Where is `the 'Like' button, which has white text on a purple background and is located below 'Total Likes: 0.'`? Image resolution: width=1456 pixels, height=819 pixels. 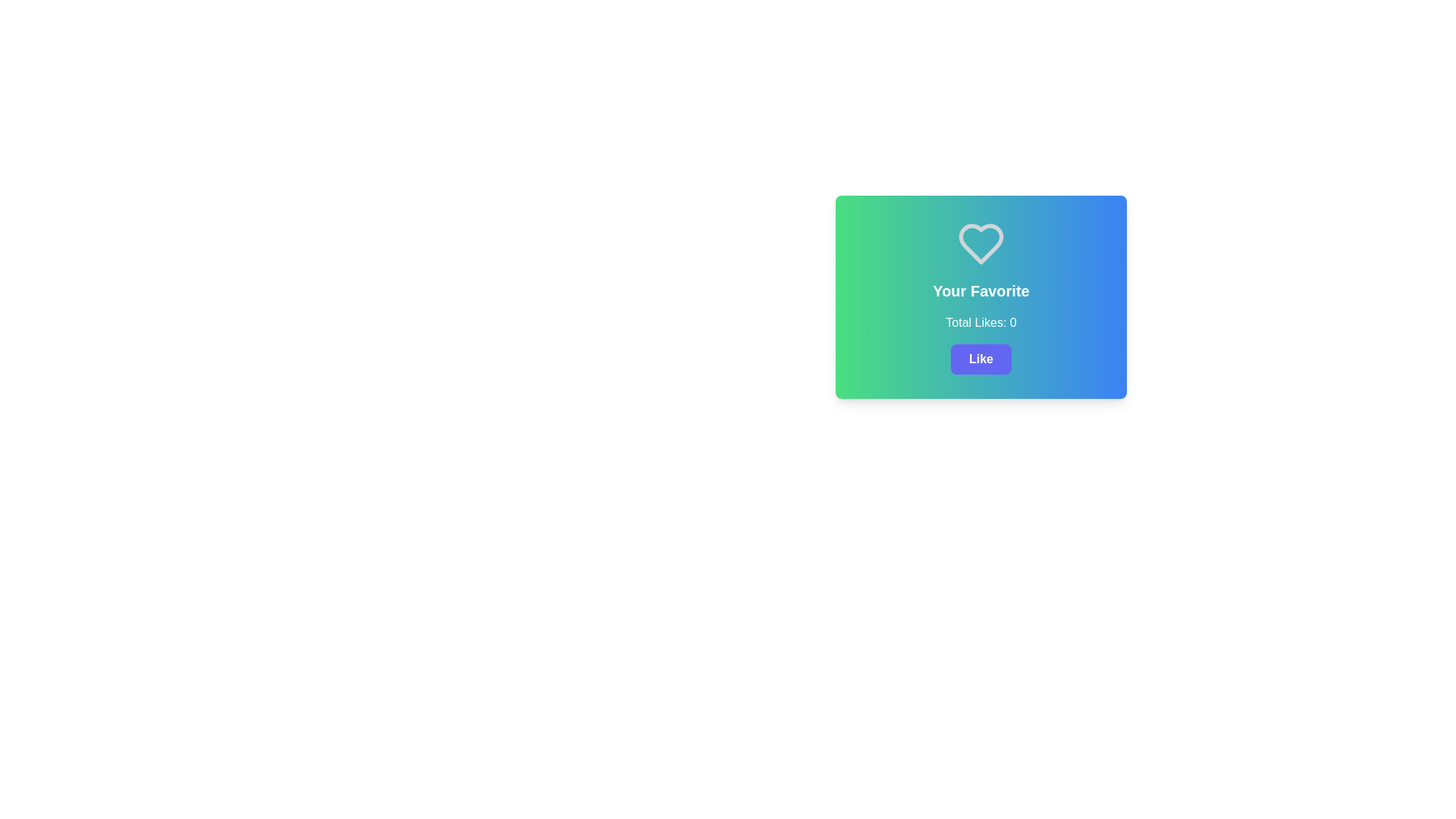 the 'Like' button, which has white text on a purple background and is located below 'Total Likes: 0.' is located at coordinates (981, 359).